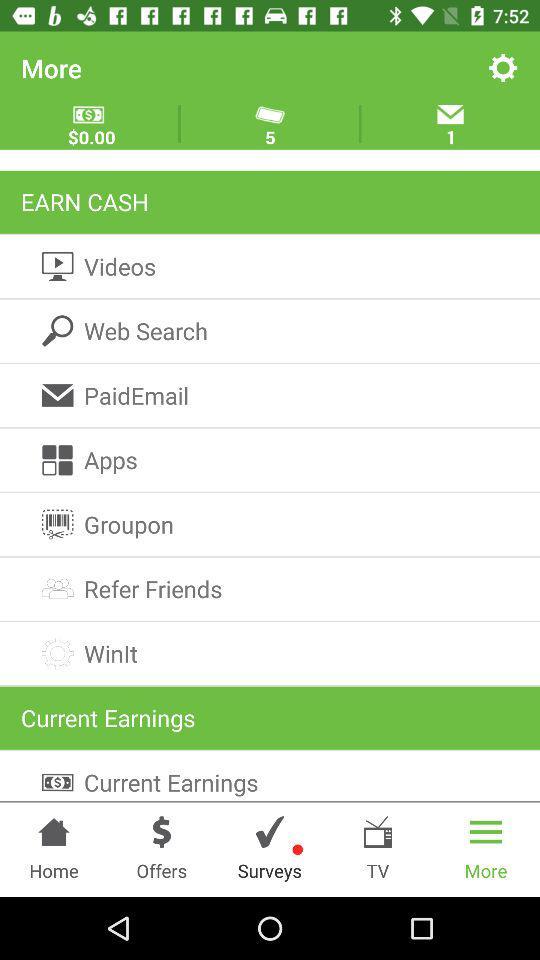 This screenshot has width=540, height=960. What do you see at coordinates (270, 523) in the screenshot?
I see `the item above refer friends icon` at bounding box center [270, 523].